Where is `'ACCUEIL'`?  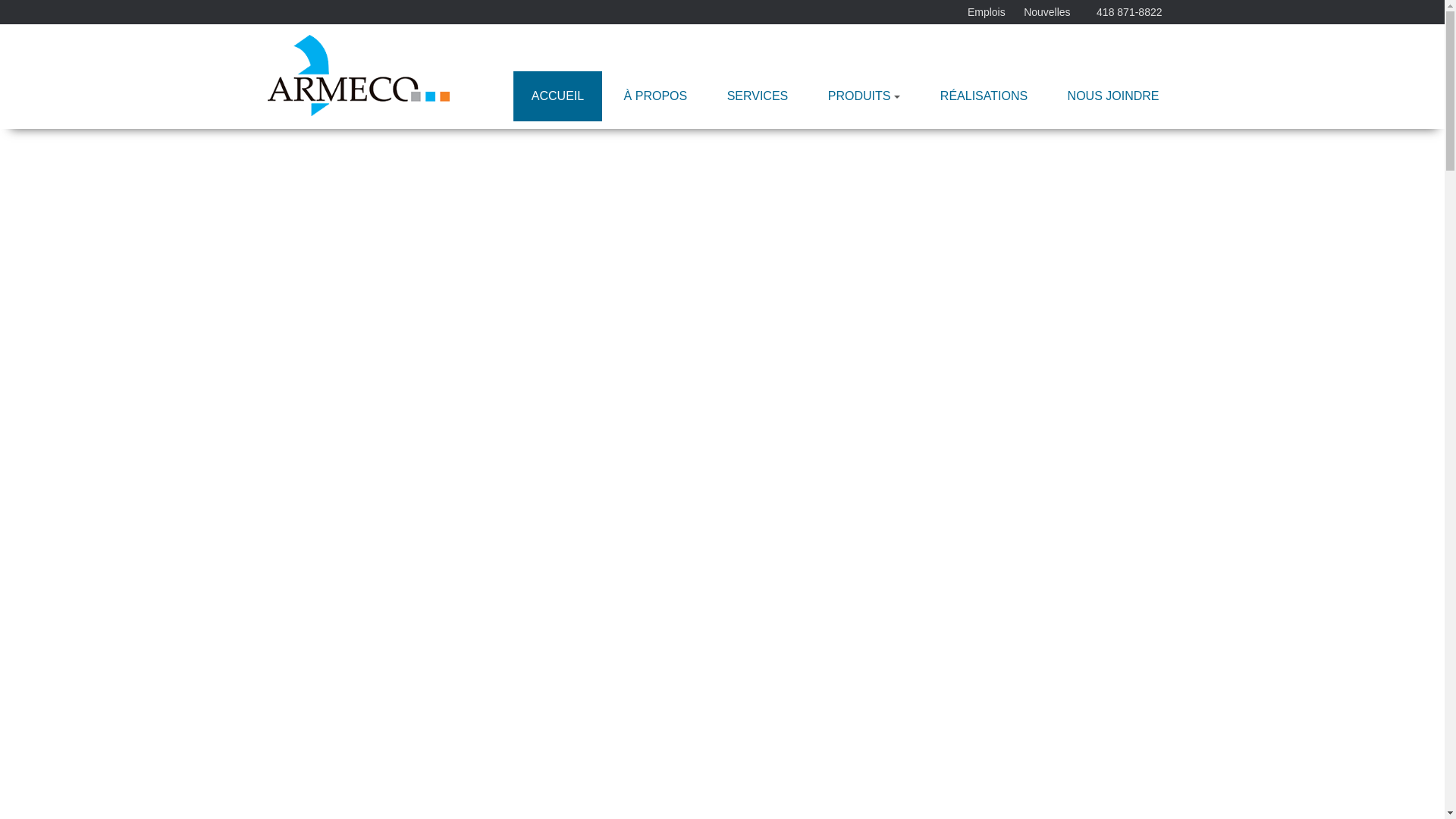
'ACCUEIL' is located at coordinates (557, 96).